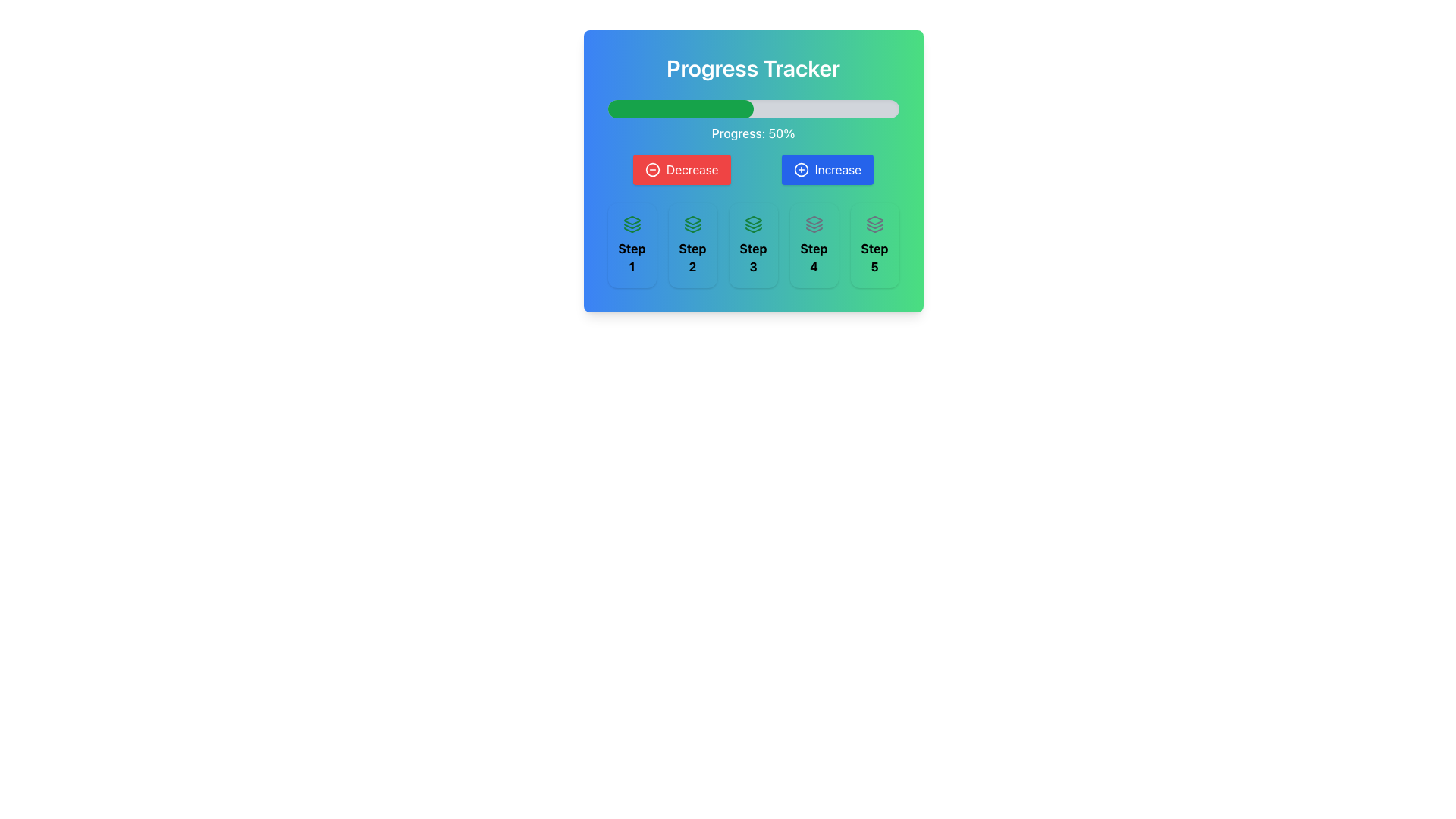 This screenshot has width=1456, height=819. Describe the element at coordinates (813, 245) in the screenshot. I see `the Interactive Step Indicator with a light green background and the text 'Step 4', which is the fourth component in a horizontal grid of five` at that location.